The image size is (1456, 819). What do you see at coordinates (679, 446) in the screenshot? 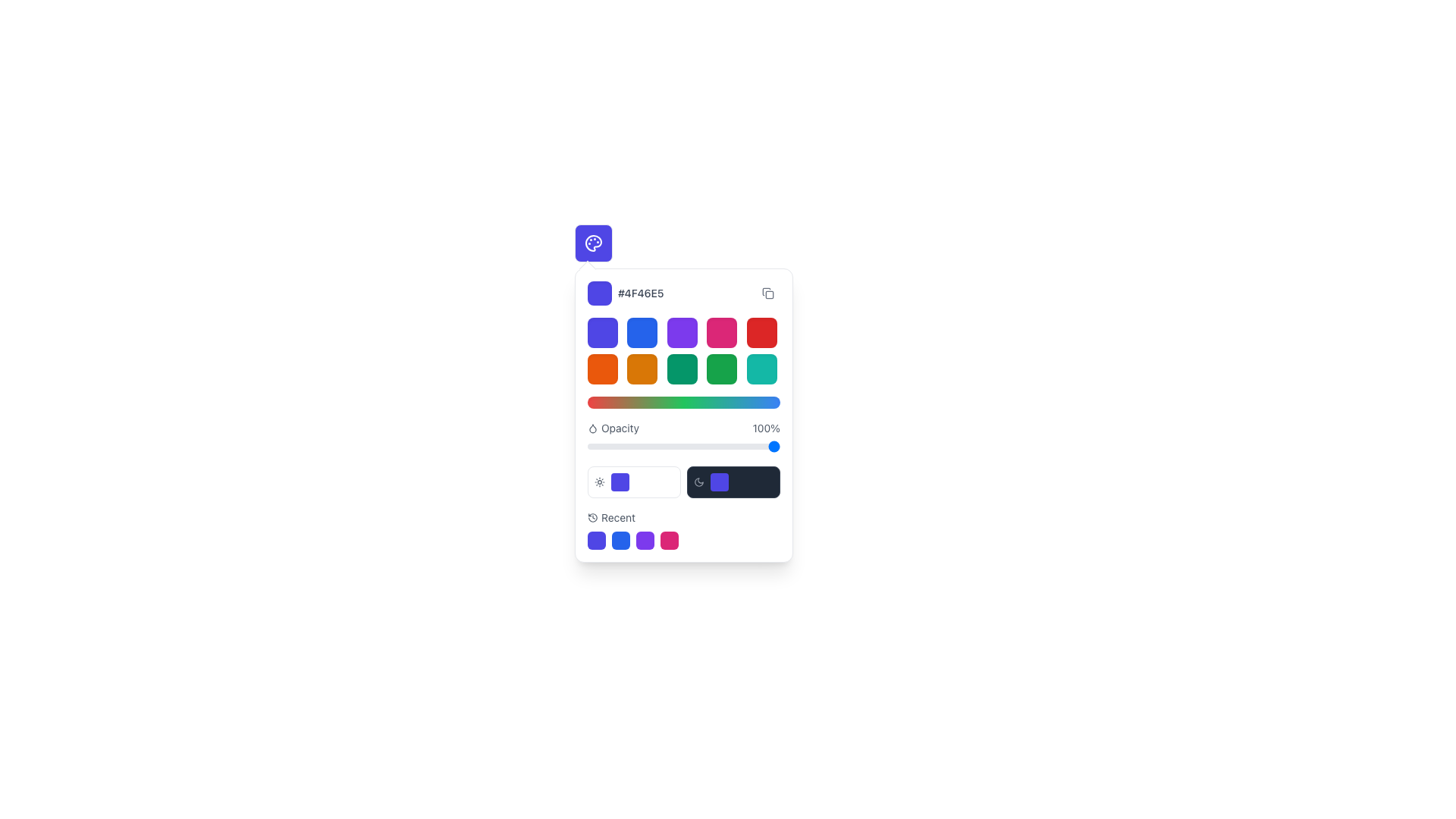
I see `the opacity slider` at bounding box center [679, 446].